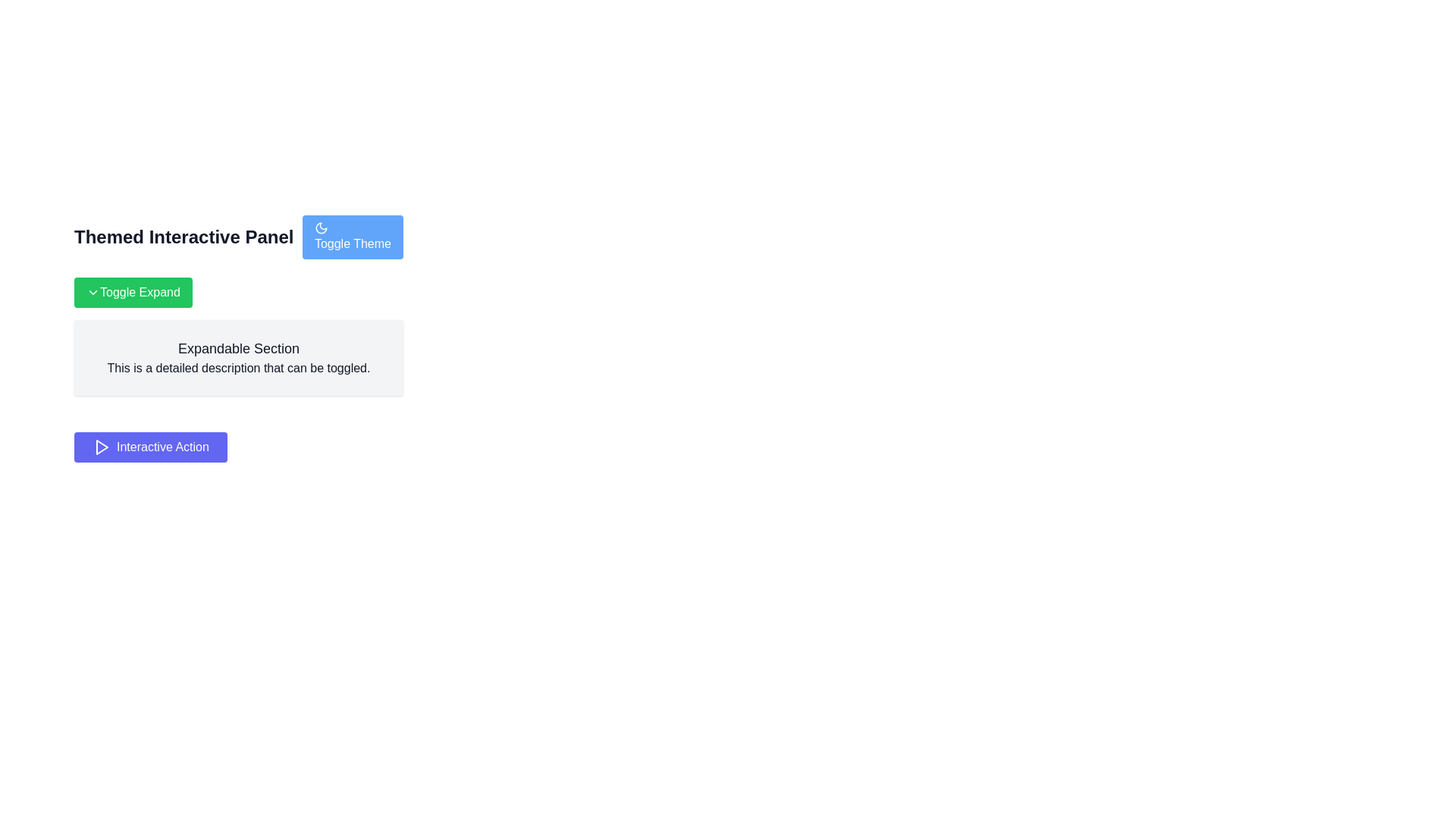 Image resolution: width=1456 pixels, height=819 pixels. Describe the element at coordinates (101, 447) in the screenshot. I see `the play icon located inside the 'Interactive Action' button at the bottom of the interface` at that location.